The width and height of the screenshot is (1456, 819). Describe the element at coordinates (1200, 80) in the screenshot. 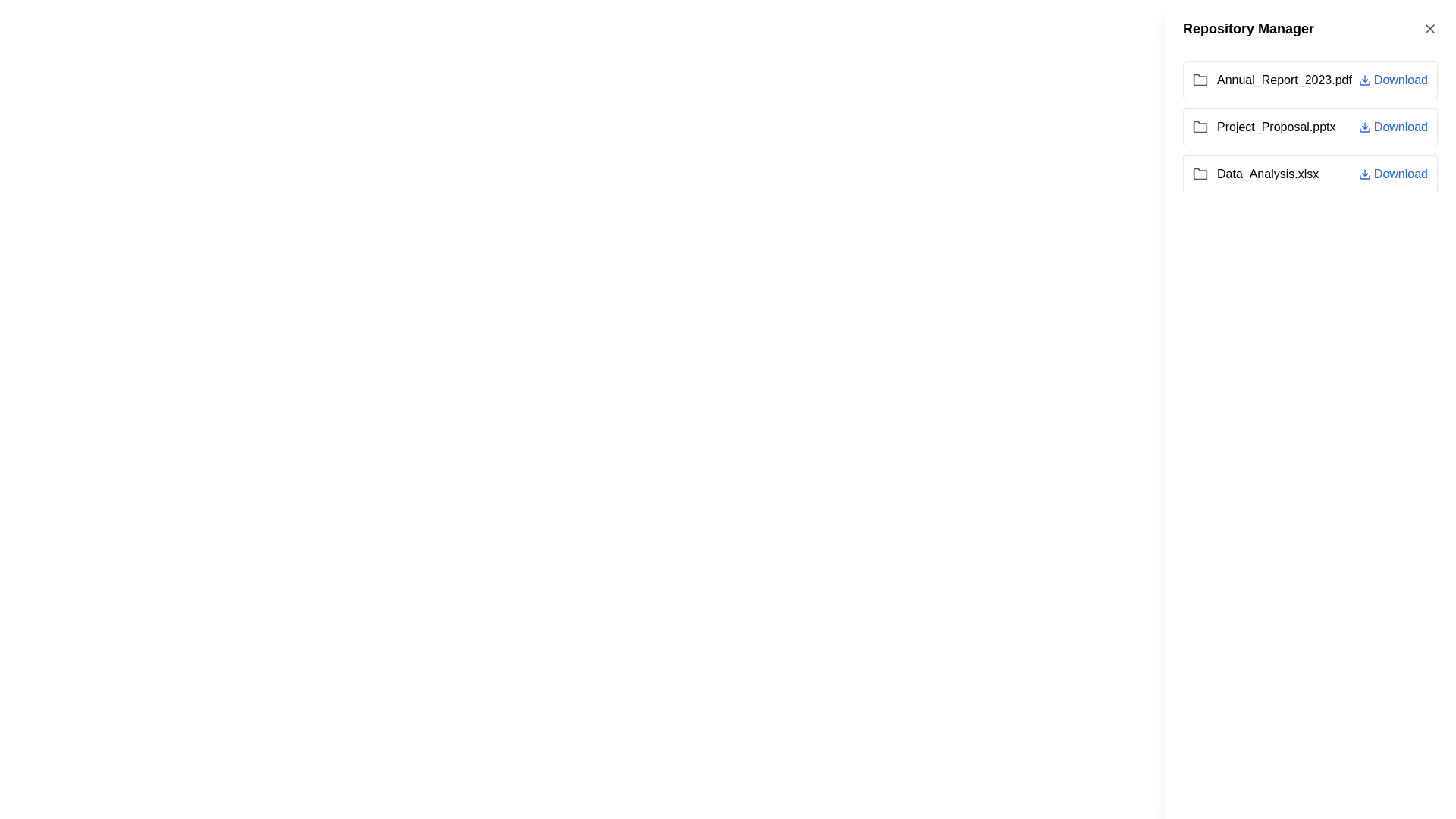

I see `the folder icon associated with the file 'Annual_Report_2023.pdf' in the Repository Manager panel` at that location.